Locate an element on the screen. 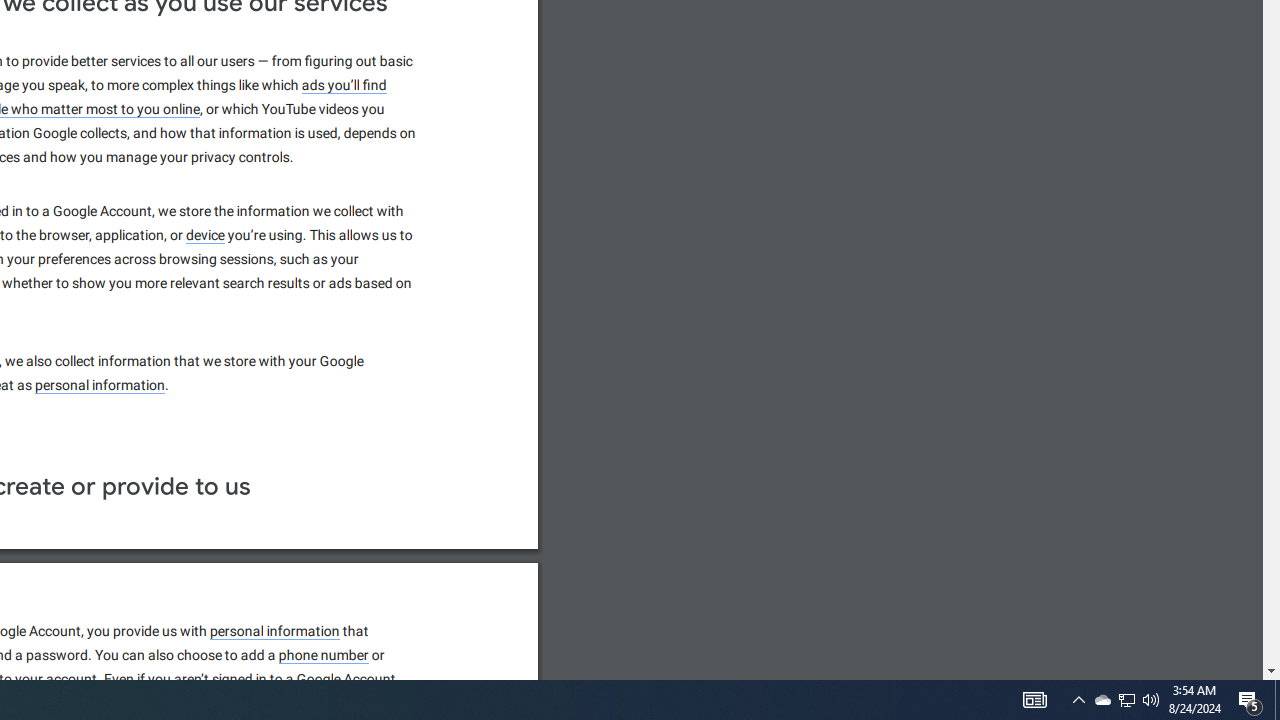 The image size is (1280, 720). 'device' is located at coordinates (206, 234).